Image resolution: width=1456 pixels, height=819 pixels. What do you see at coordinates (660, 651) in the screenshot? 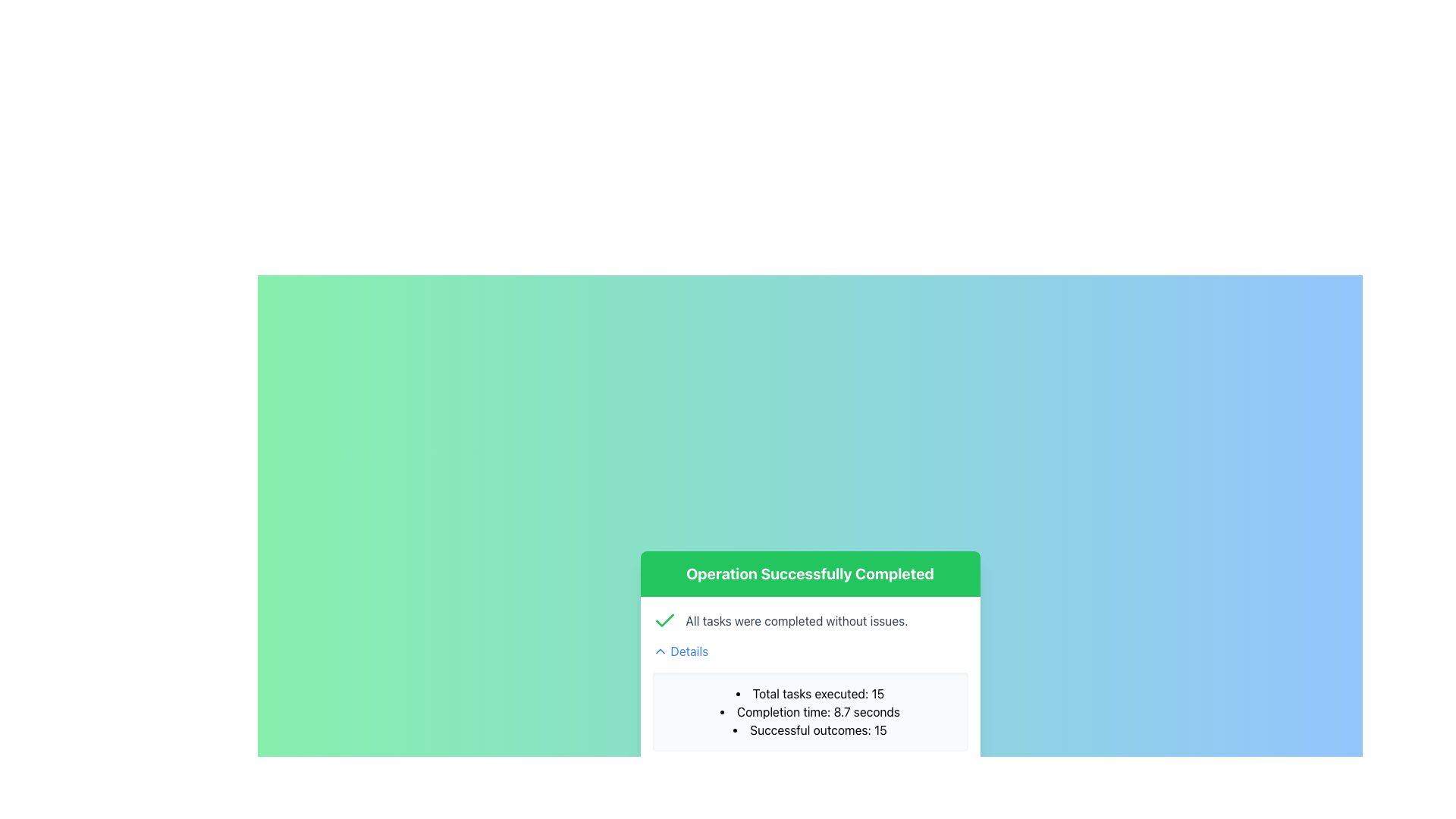
I see `the keyboard navigation on the downward-pointing chevron icon located to the left of the text 'Details'` at bounding box center [660, 651].